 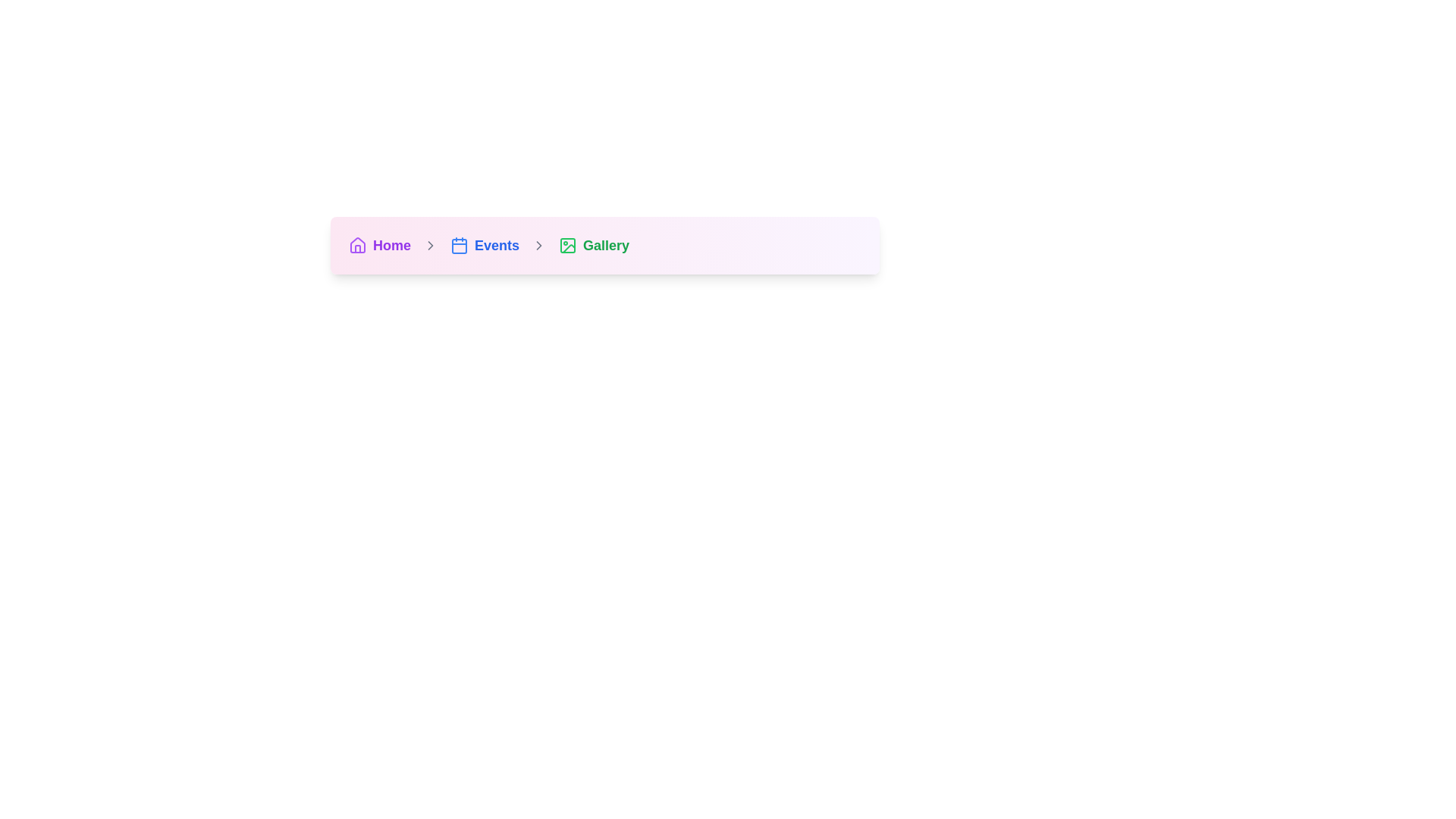 I want to click on the SVG graphical element representing the 'Gallery' breadcrumb for navigation, so click(x=568, y=248).